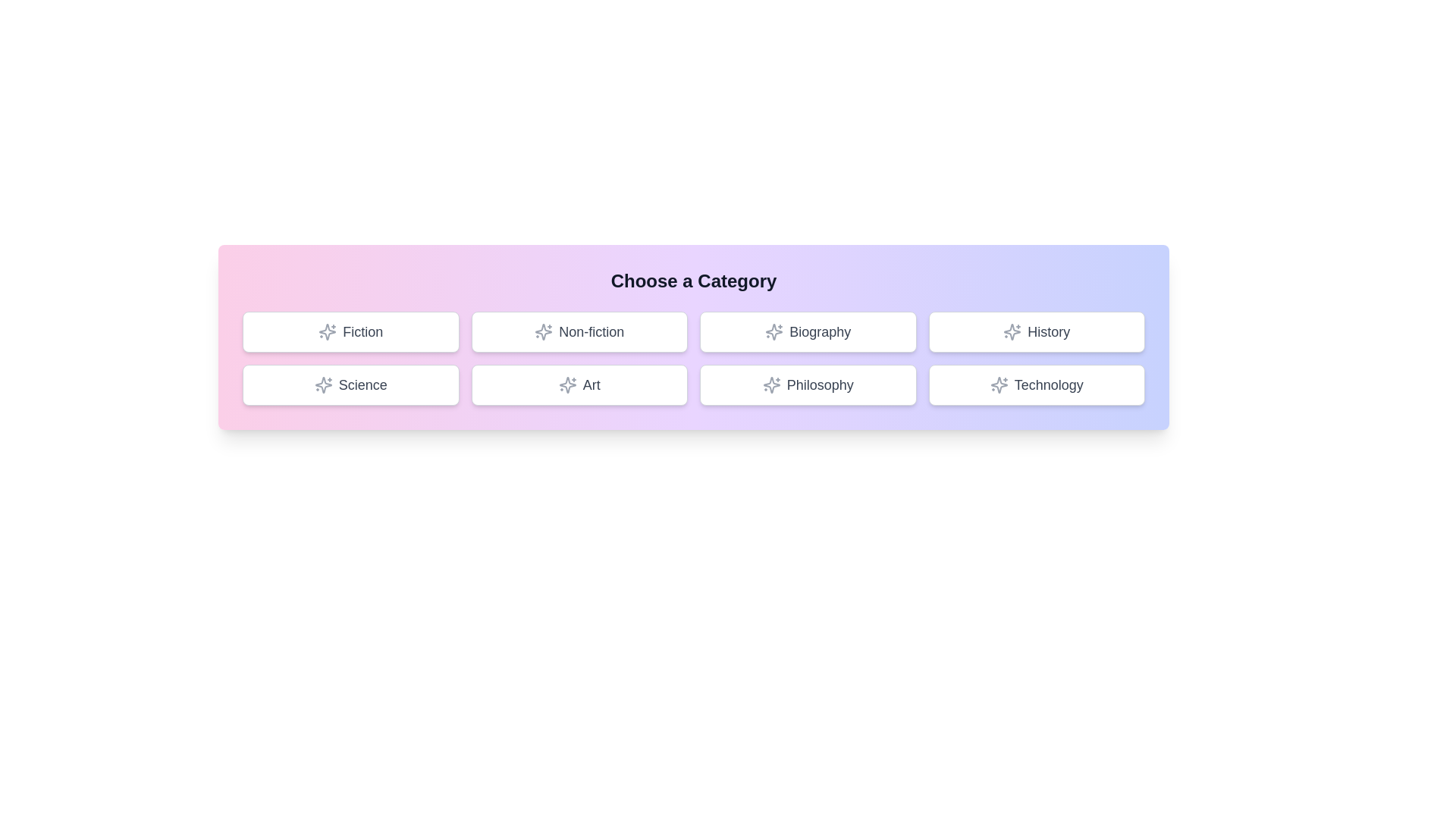 The image size is (1456, 819). I want to click on the button labeled Philosophy to select it, so click(807, 384).